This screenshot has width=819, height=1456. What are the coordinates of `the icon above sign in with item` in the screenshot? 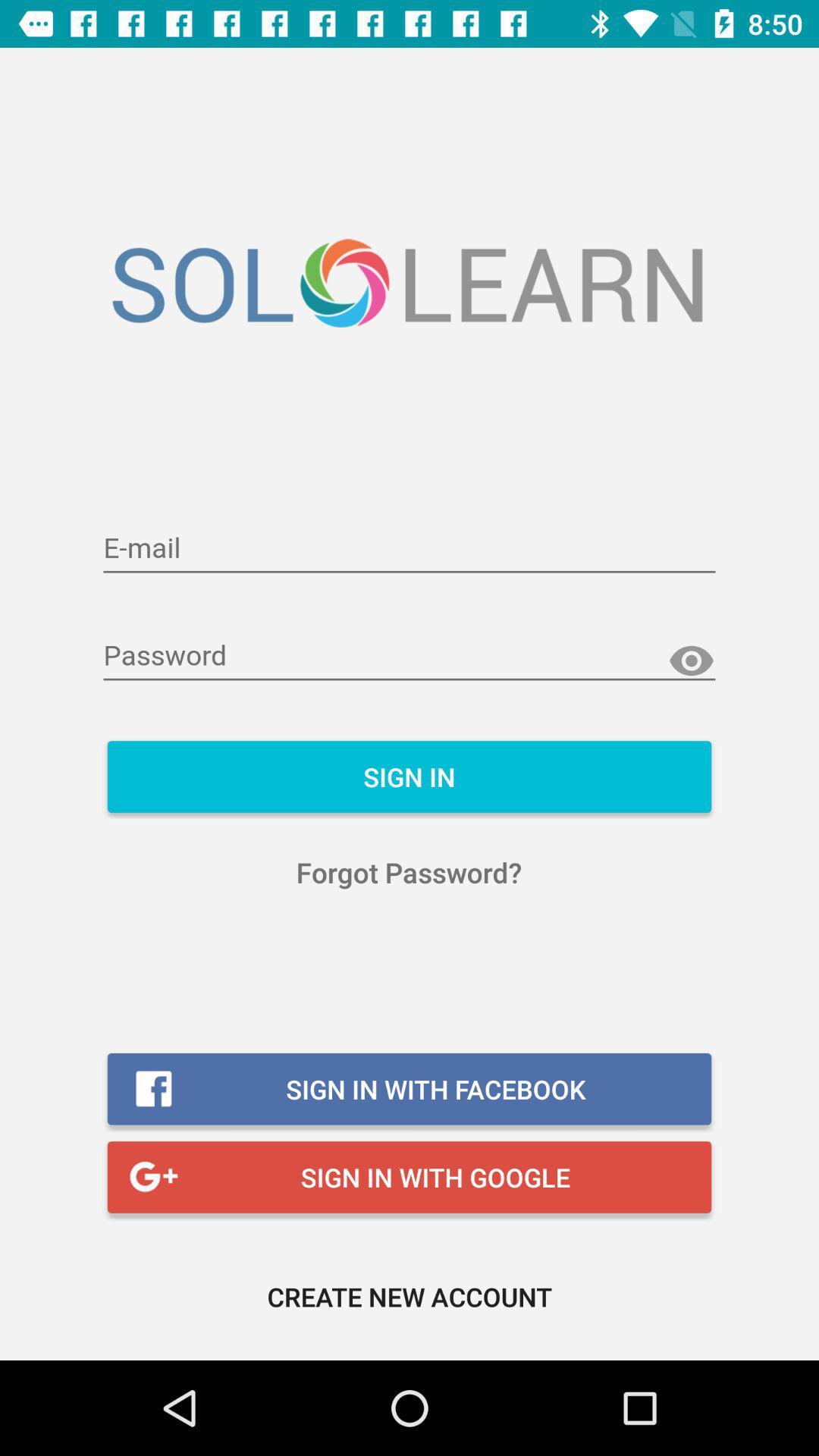 It's located at (408, 872).